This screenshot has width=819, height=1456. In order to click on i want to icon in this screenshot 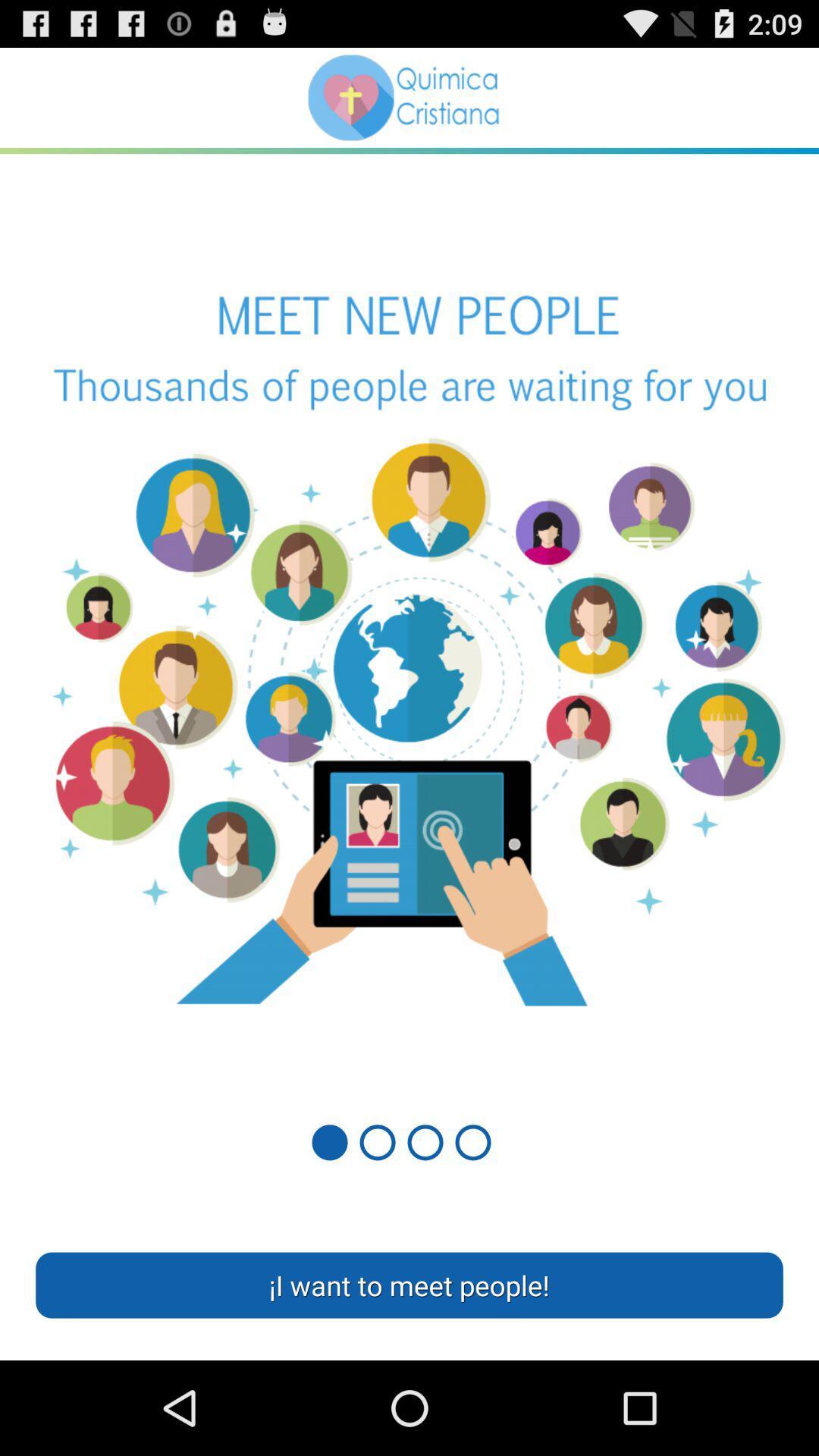, I will do `click(409, 1284)`.